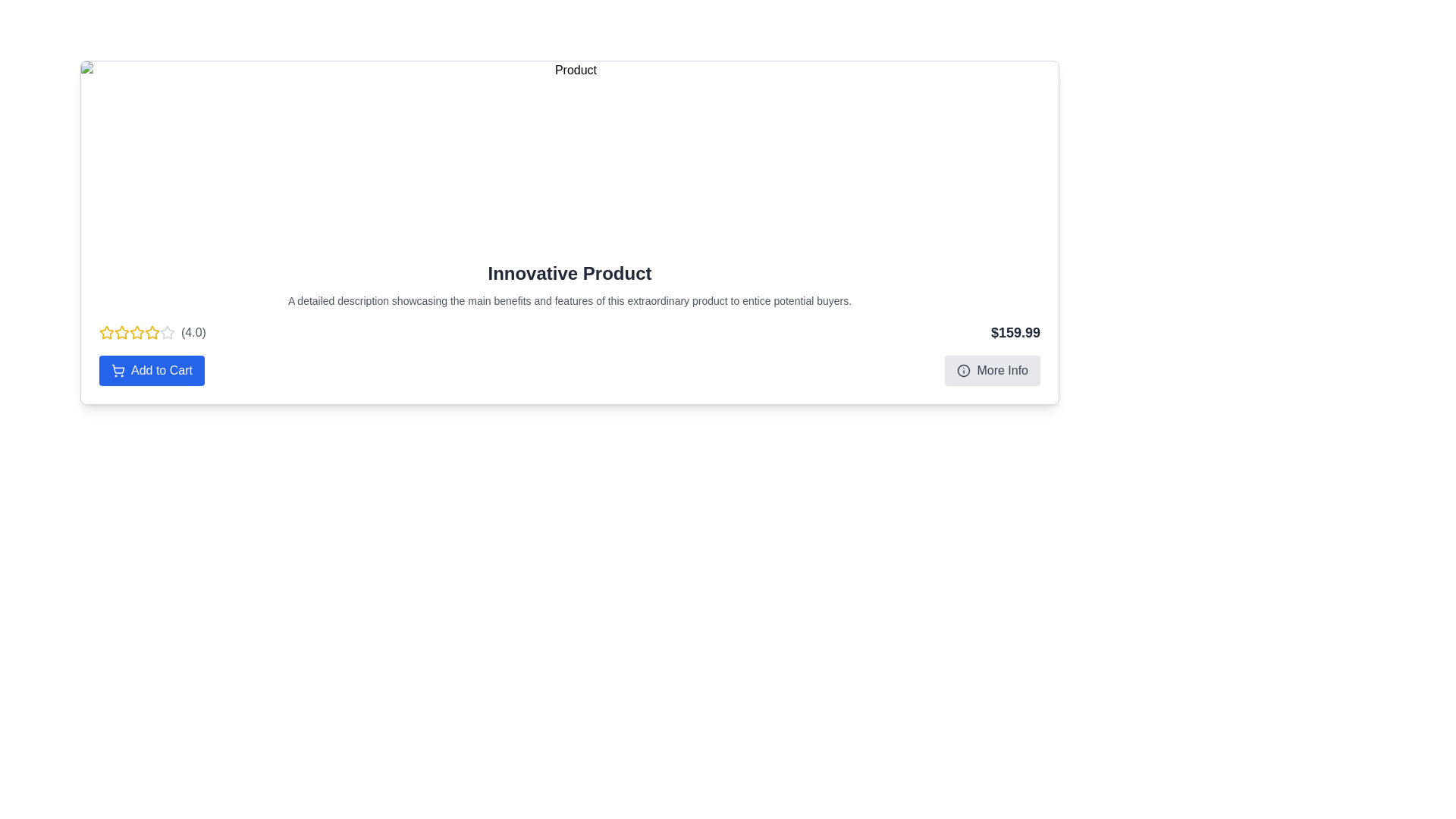 Image resolution: width=1456 pixels, height=819 pixels. I want to click on the third star in the rating component to provide a rating for the product, so click(137, 331).